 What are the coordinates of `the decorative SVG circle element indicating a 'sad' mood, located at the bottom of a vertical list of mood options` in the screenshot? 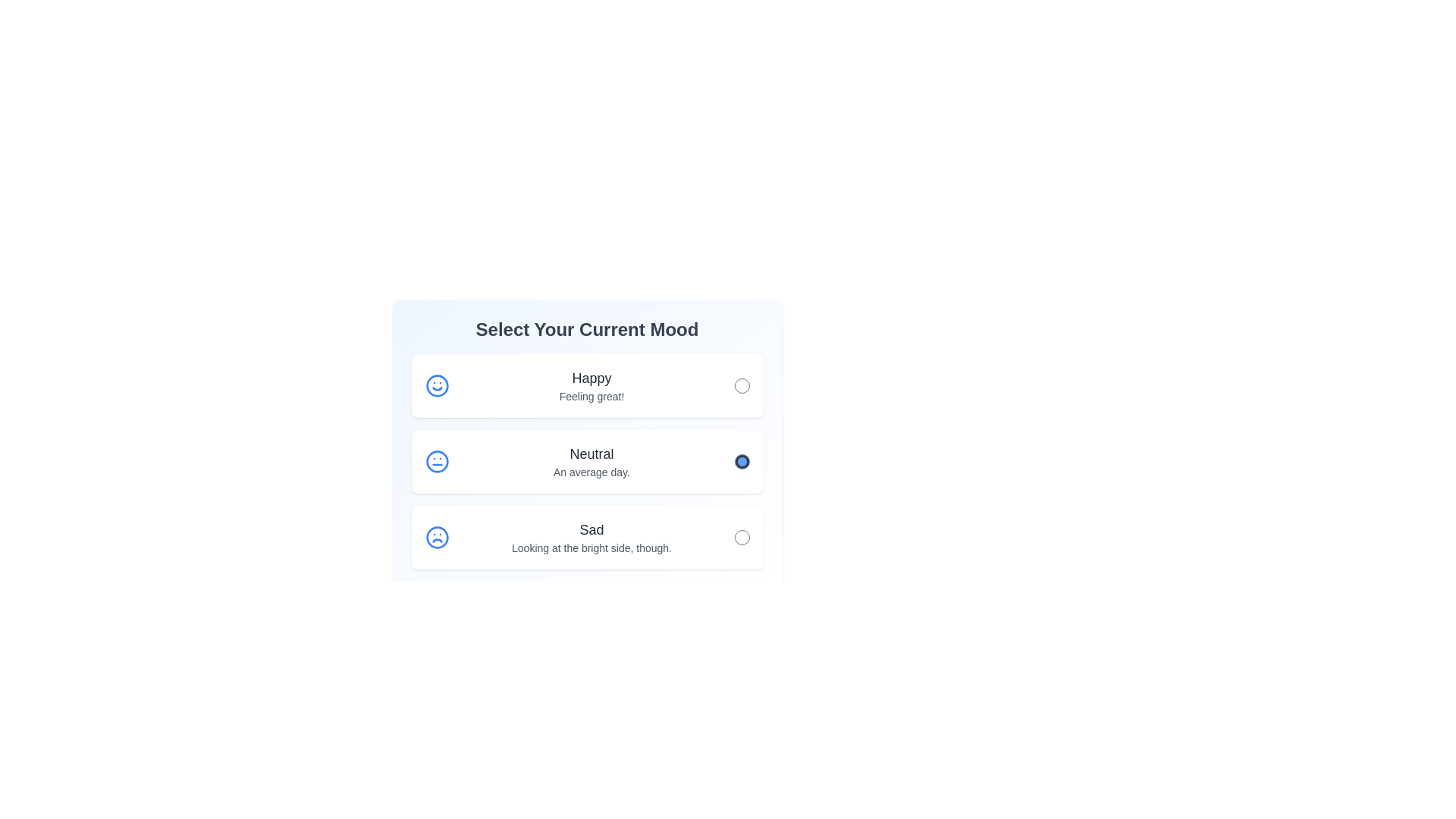 It's located at (436, 537).